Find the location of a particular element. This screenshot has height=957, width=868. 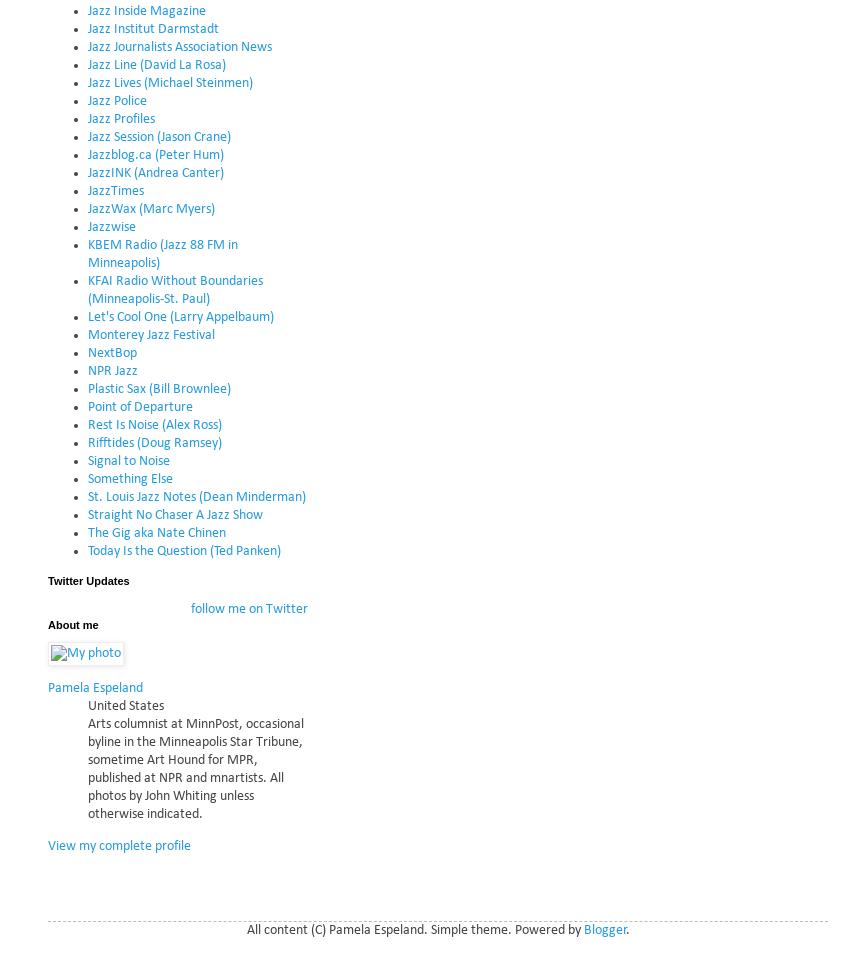

'Jazz Police' is located at coordinates (117, 100).